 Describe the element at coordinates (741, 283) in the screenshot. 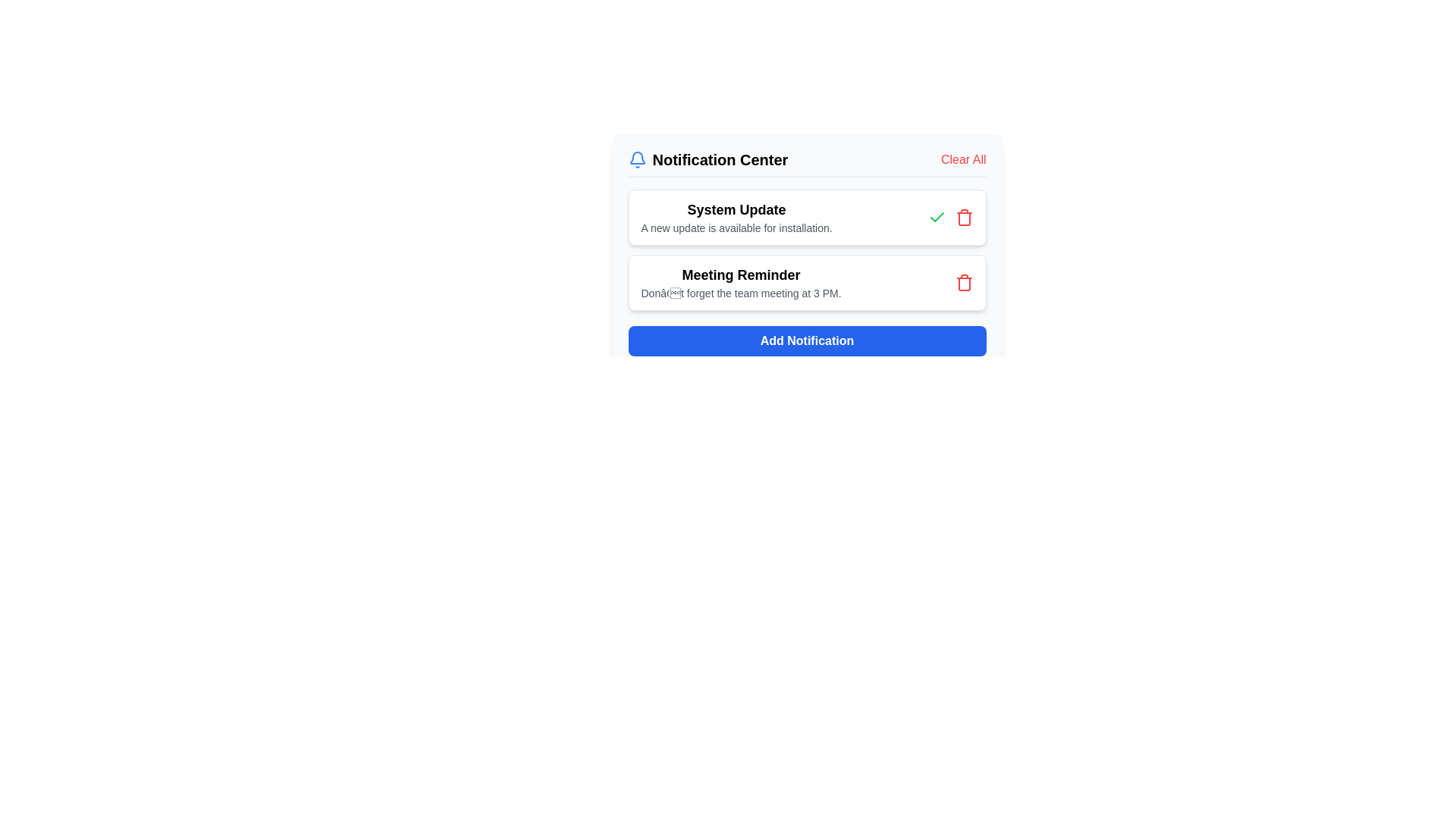

I see `the Text block displaying 'Meeting Reminder' and 'Don’t forget the team meeting at 3 PM' within the notification card` at that location.